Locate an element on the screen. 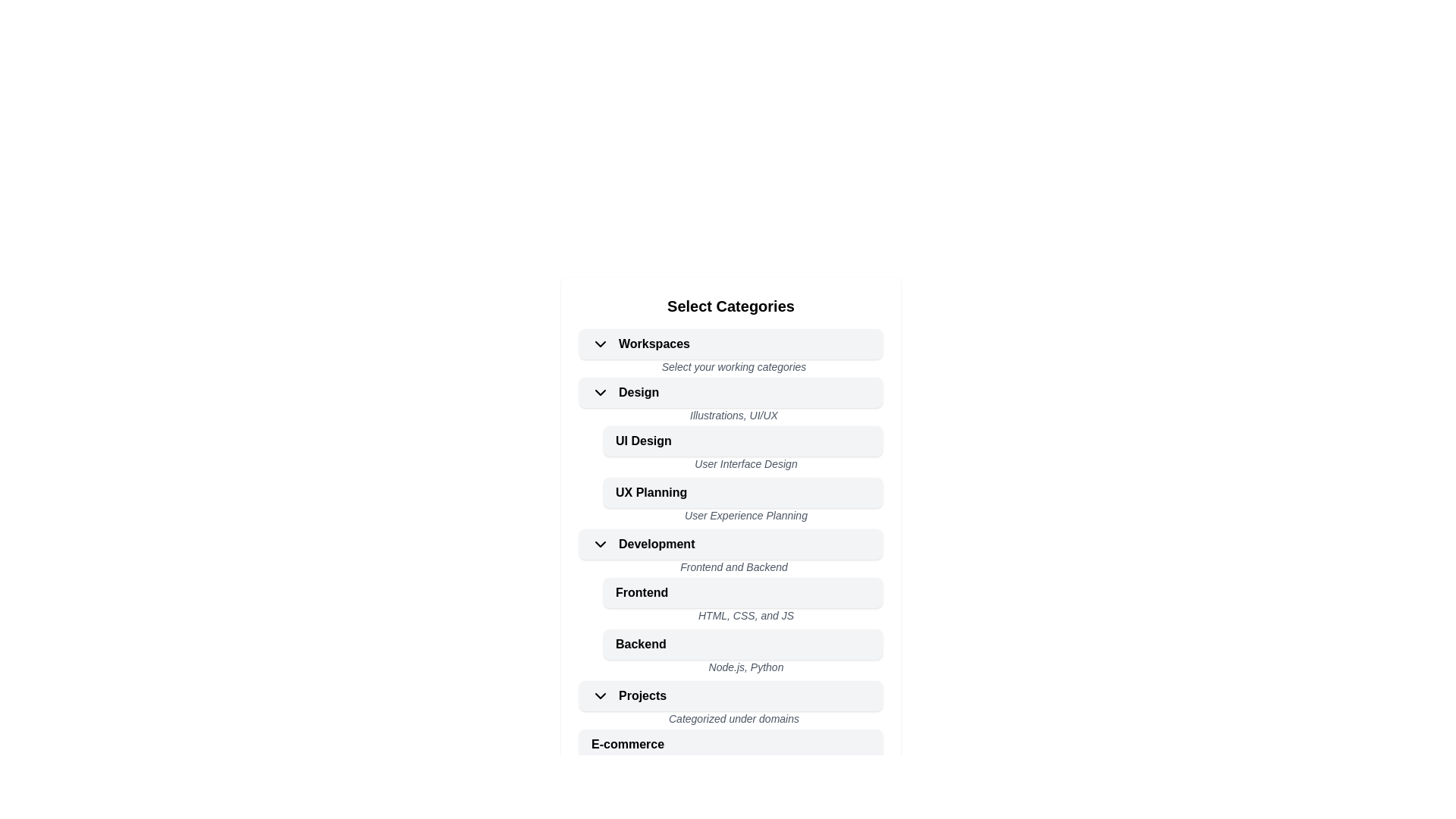 The image size is (1456, 819). the 'Backend' category button located within the 'Development' section, positioned below 'Frontend' and above 'Node.js, Python' is located at coordinates (641, 644).